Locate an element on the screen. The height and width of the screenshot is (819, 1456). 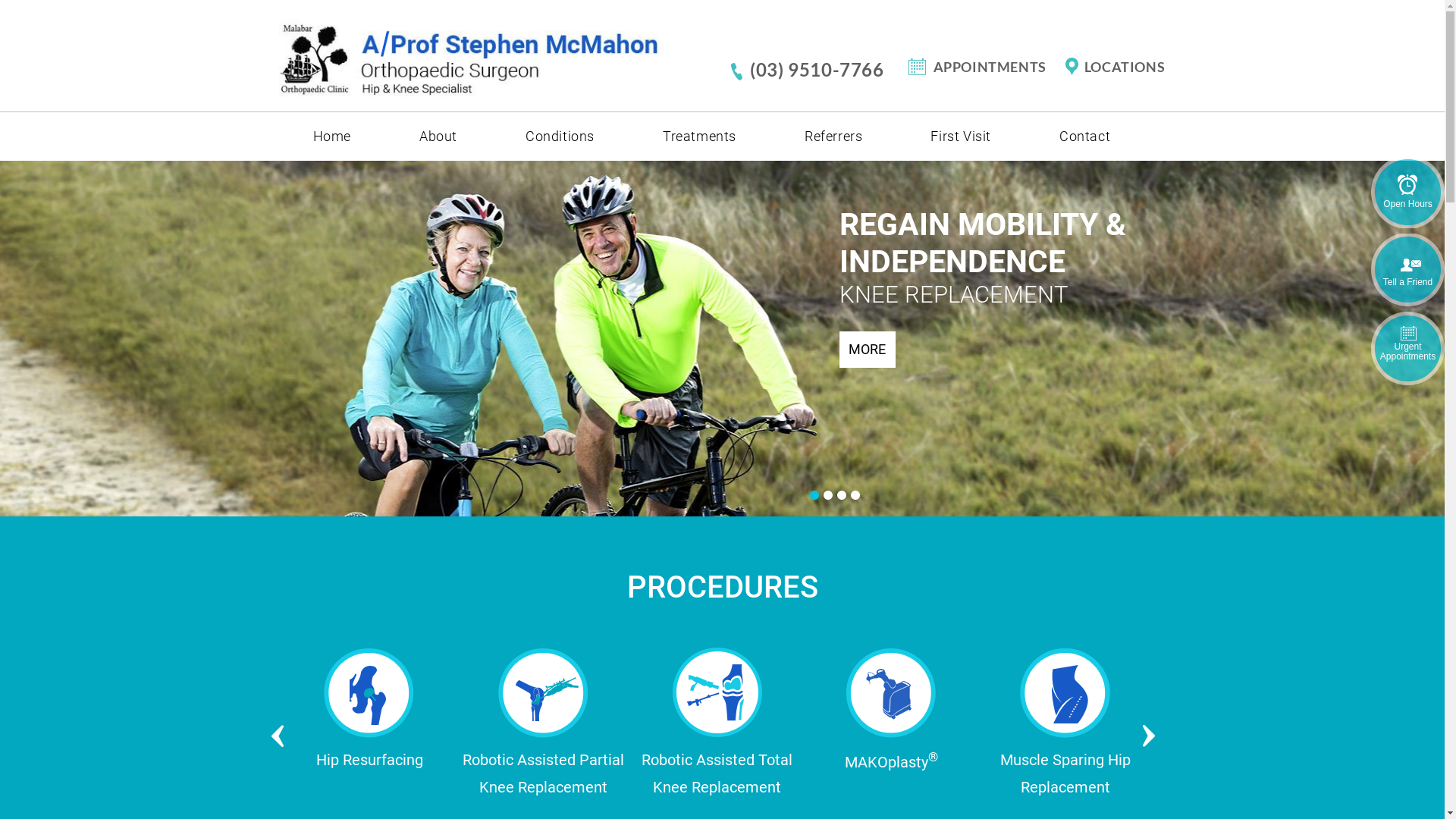
'Treatments' is located at coordinates (698, 136).